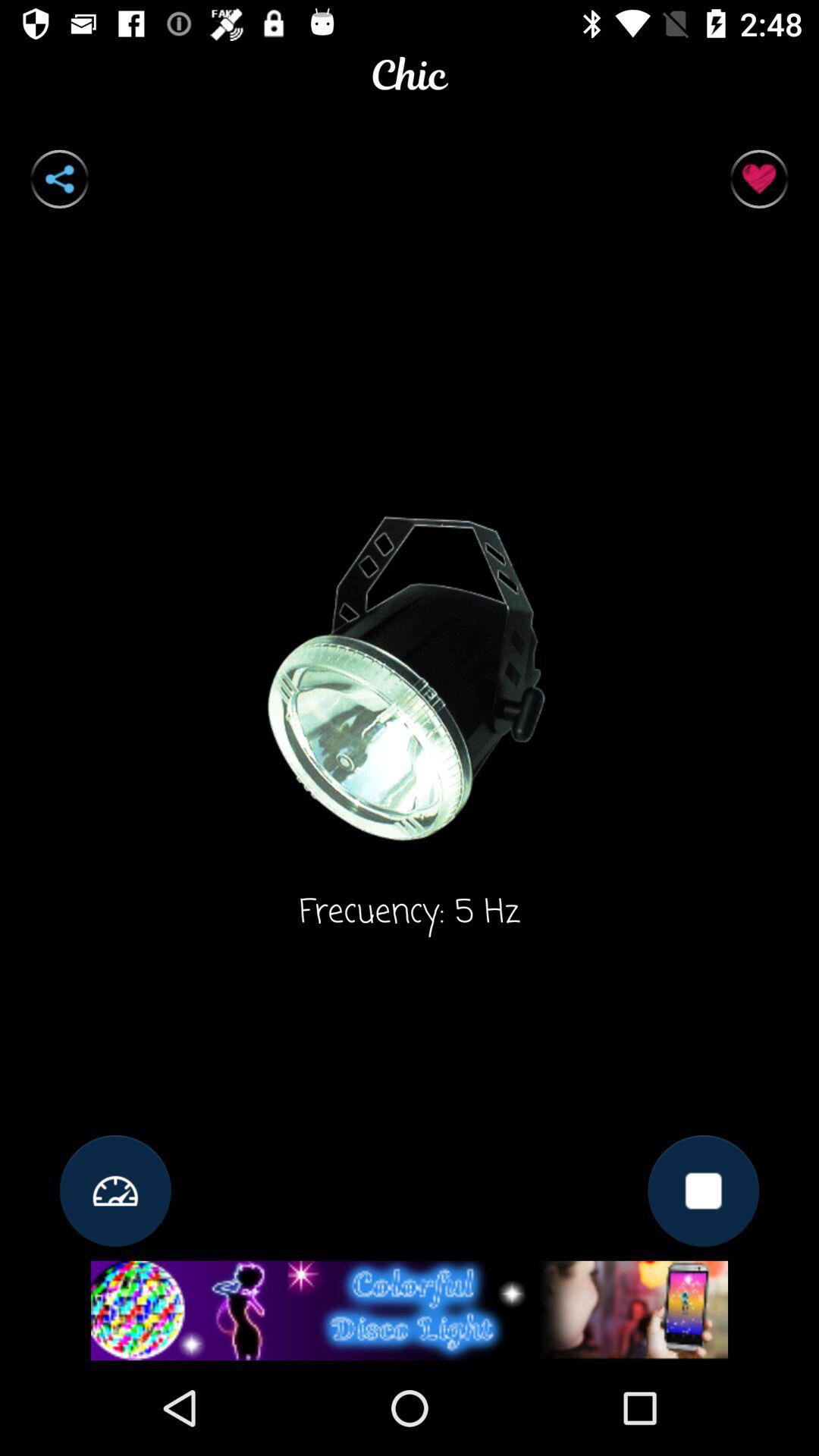 The image size is (819, 1456). What do you see at coordinates (58, 179) in the screenshot?
I see `connect to bluetooth` at bounding box center [58, 179].